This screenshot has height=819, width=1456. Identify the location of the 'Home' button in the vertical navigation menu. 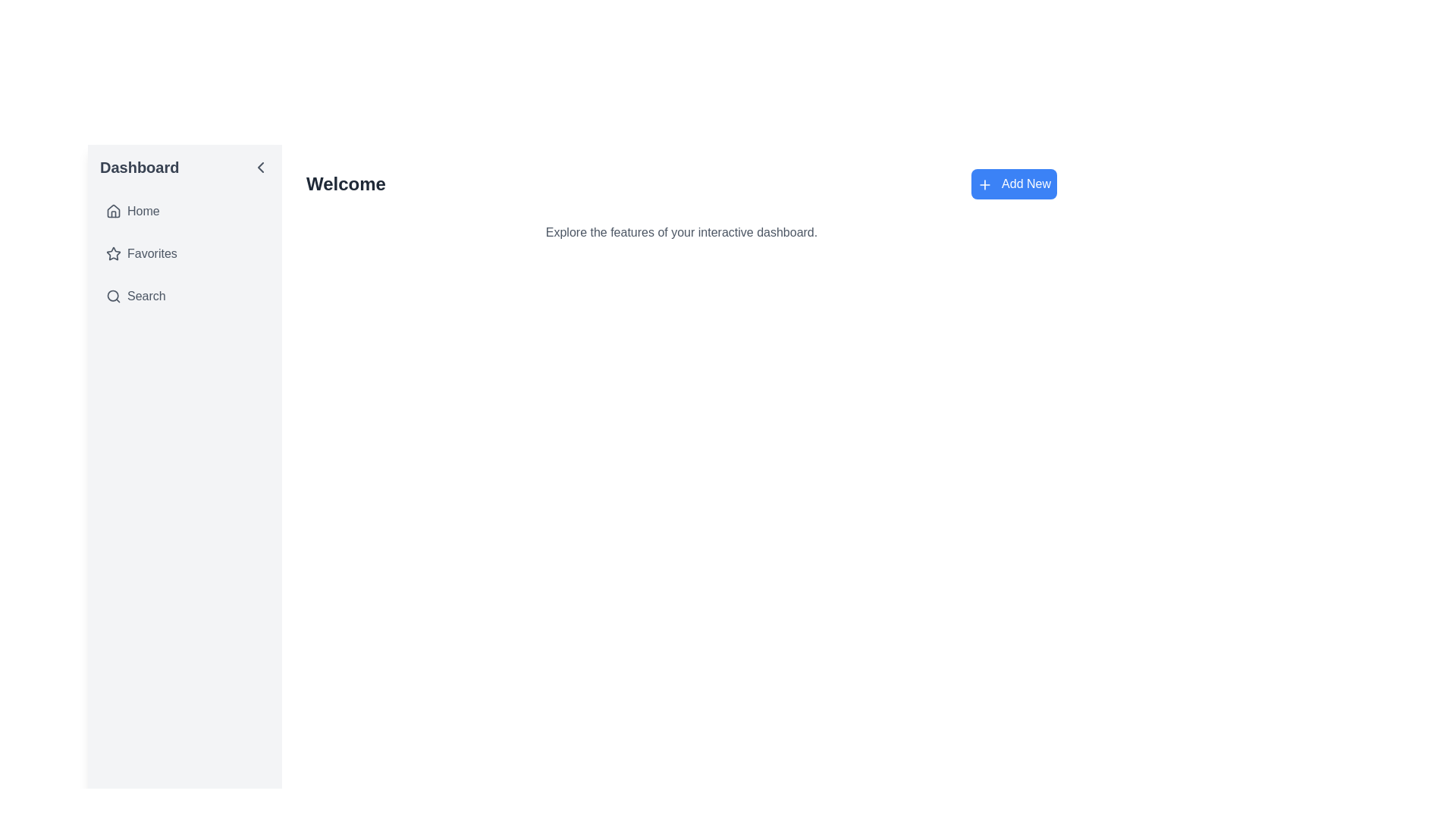
(184, 211).